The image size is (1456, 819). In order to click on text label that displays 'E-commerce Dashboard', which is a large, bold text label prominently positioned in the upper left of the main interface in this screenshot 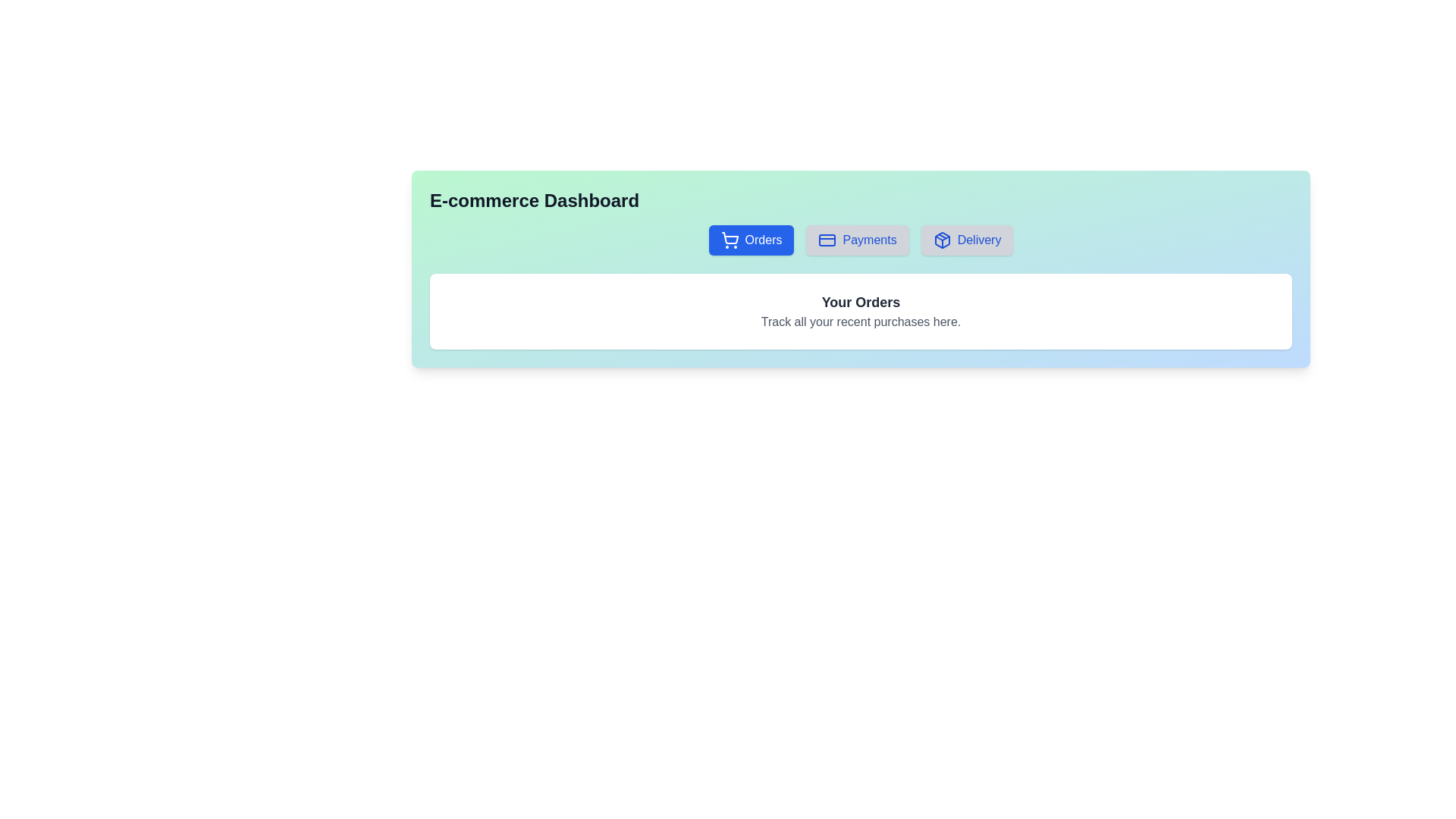, I will do `click(535, 200)`.